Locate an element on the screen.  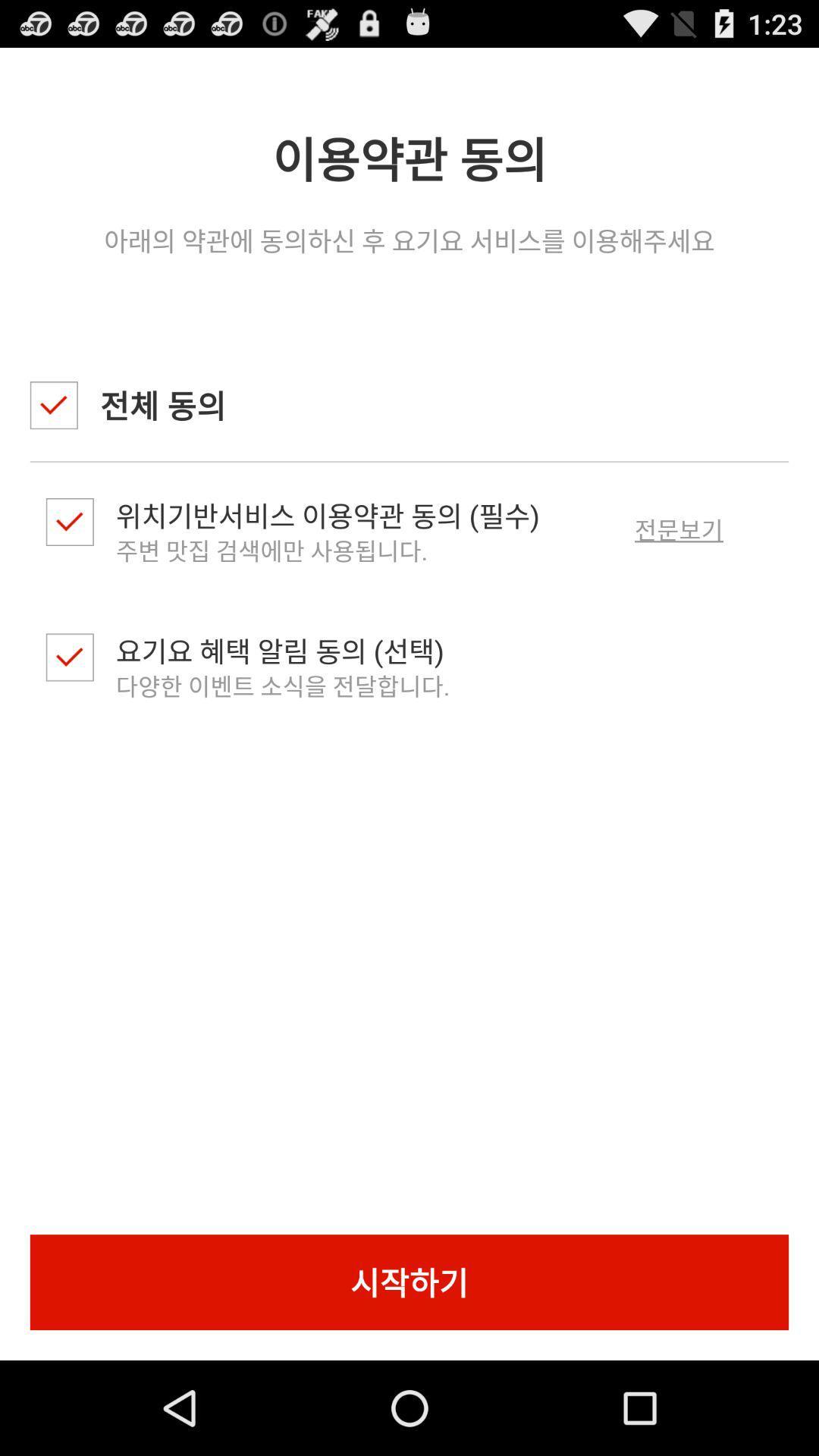
the icon on the right is located at coordinates (678, 530).